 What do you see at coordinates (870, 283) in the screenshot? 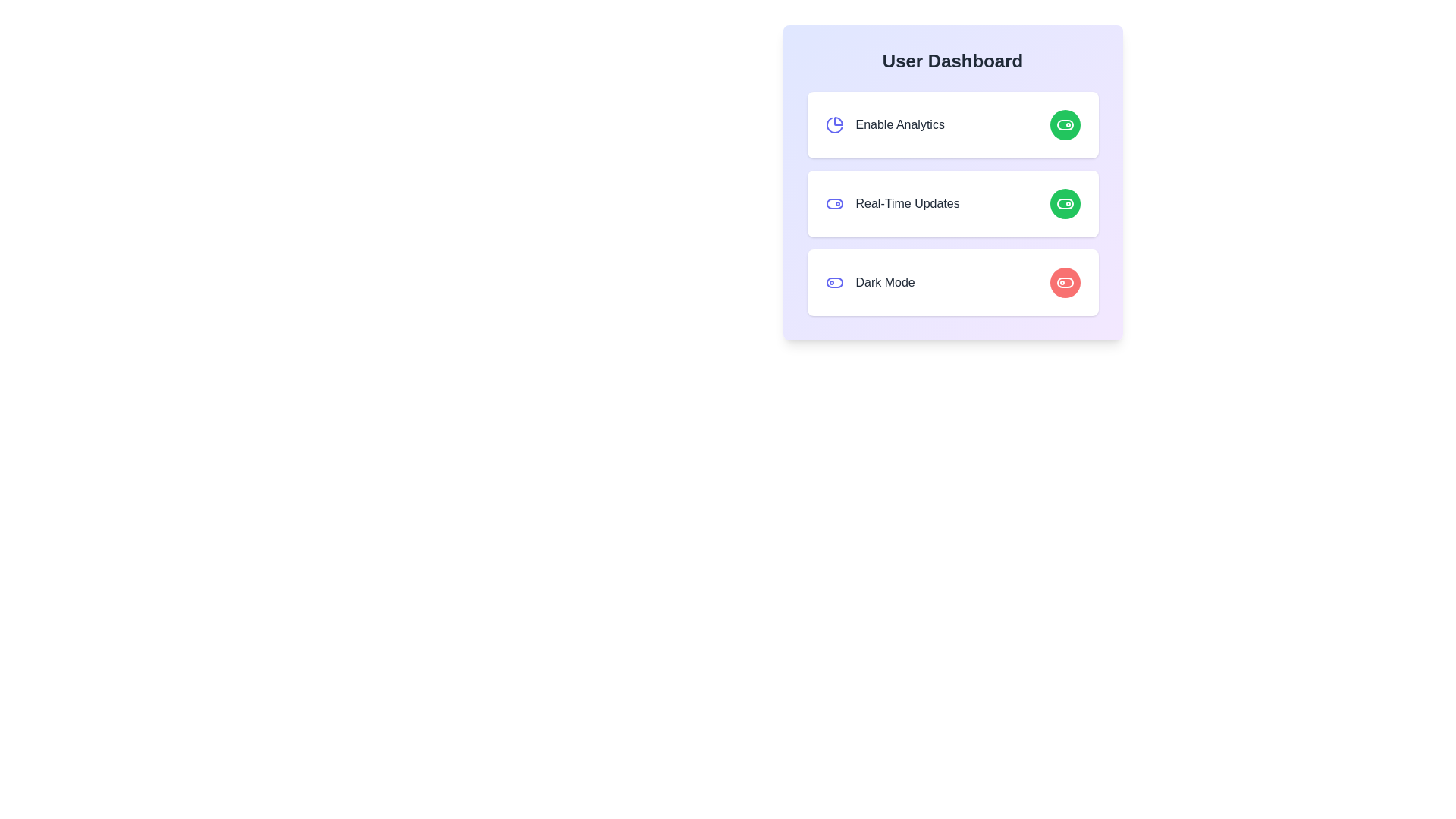
I see `the 'Dark Mode' toggle switch element, which consists of a label with dark gray font and a circular icon with a blue outline and a dot, located in the User Dashboard section` at bounding box center [870, 283].